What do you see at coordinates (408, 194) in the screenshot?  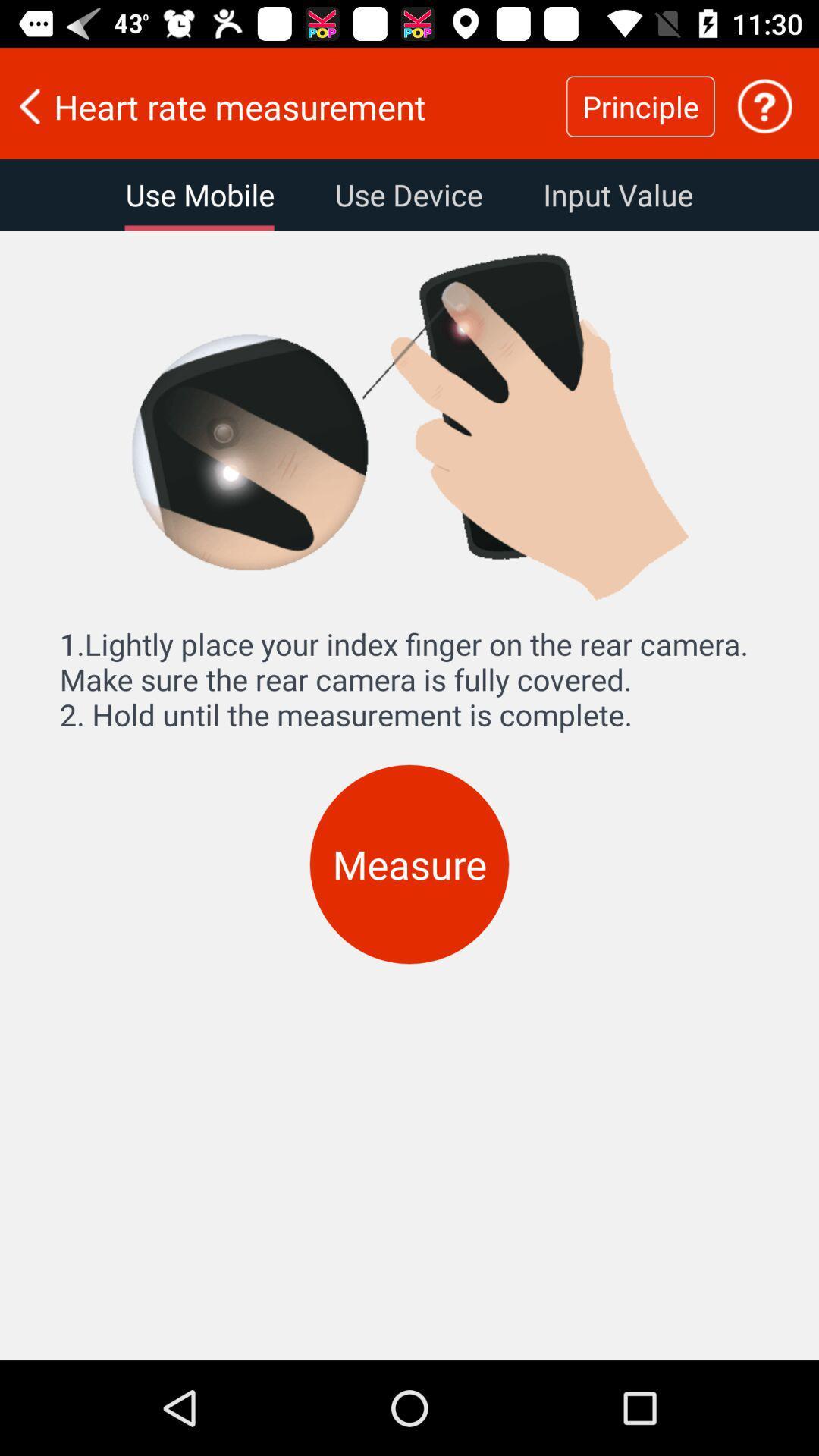 I see `item below heart rate measurement` at bounding box center [408, 194].